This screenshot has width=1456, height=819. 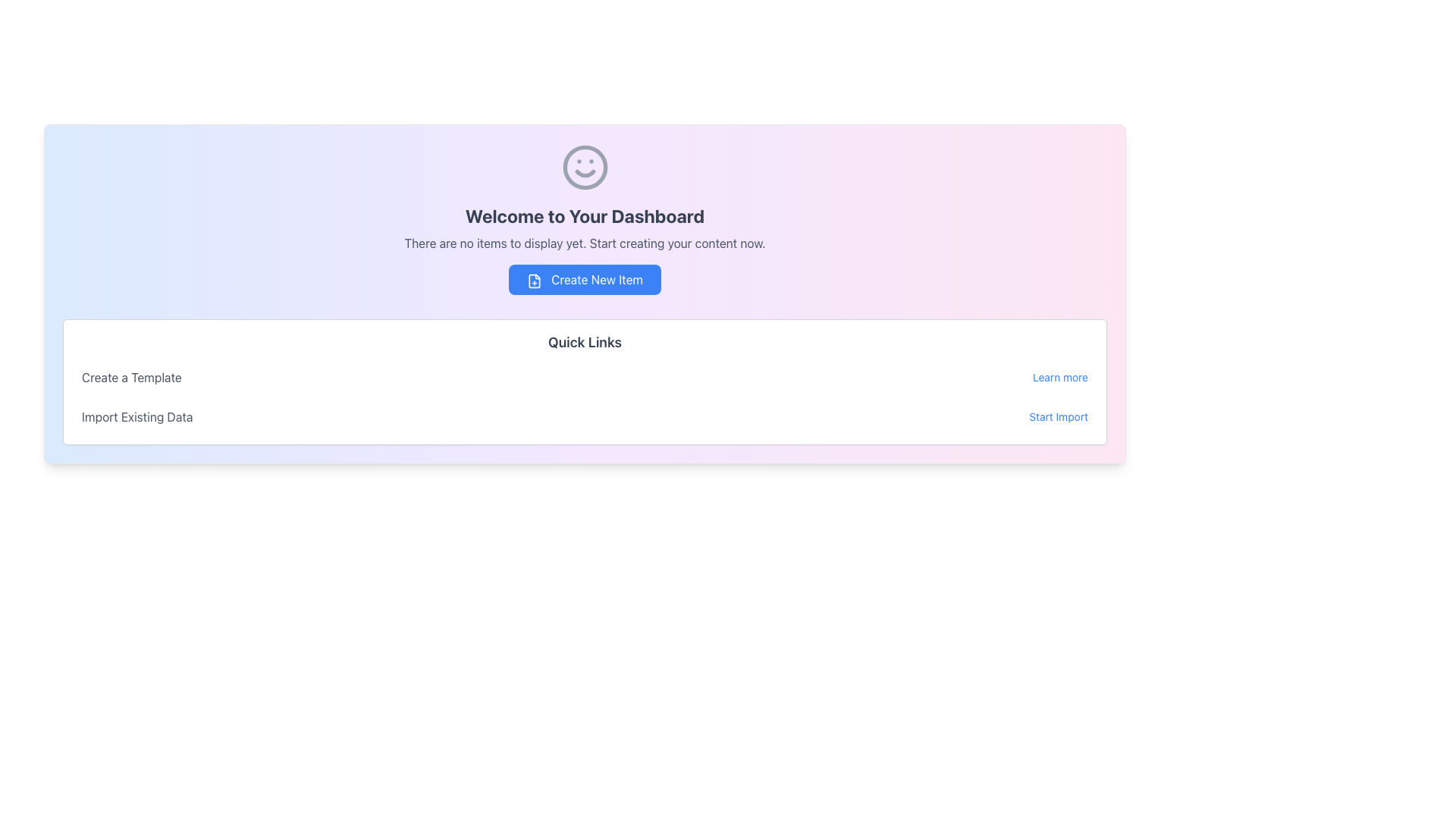 I want to click on the smiley face icon with a gray outline, featuring circular eyes and a curved mouth, positioned above the main title 'Welcome to Your Dashboard', so click(x=584, y=167).